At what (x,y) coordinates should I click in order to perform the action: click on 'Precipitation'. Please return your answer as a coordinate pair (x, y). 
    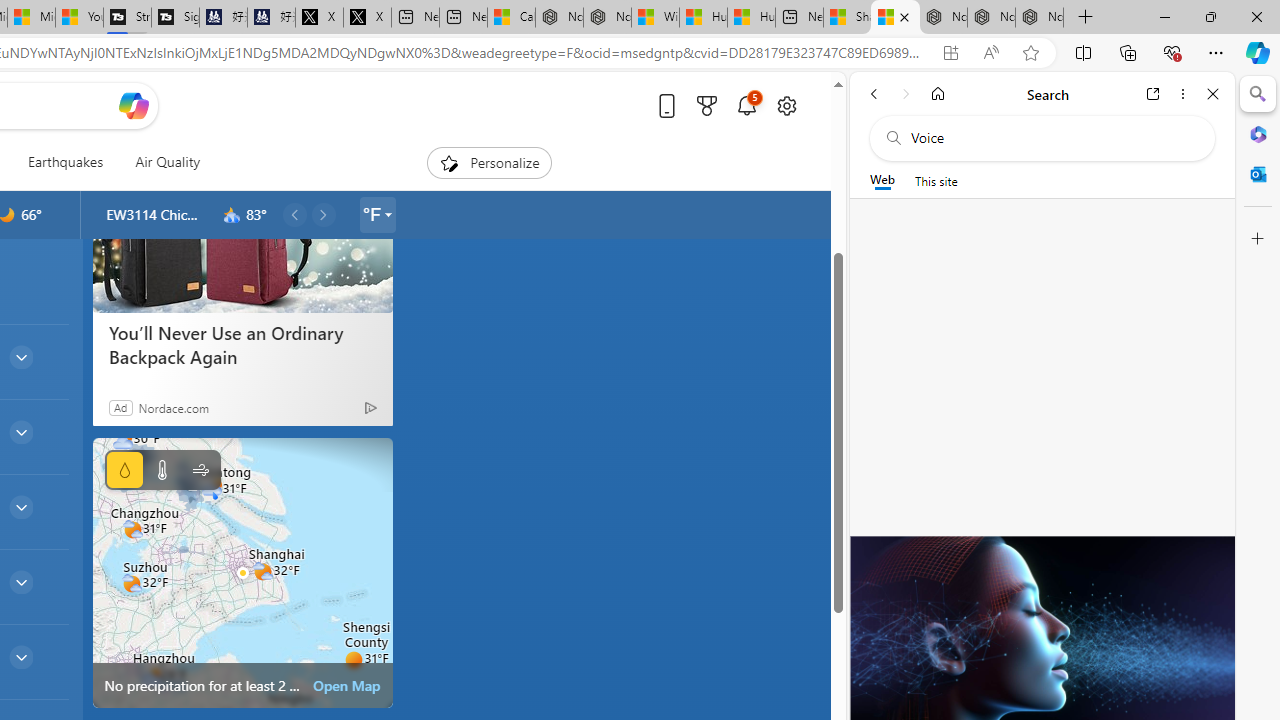
    Looking at the image, I should click on (123, 470).